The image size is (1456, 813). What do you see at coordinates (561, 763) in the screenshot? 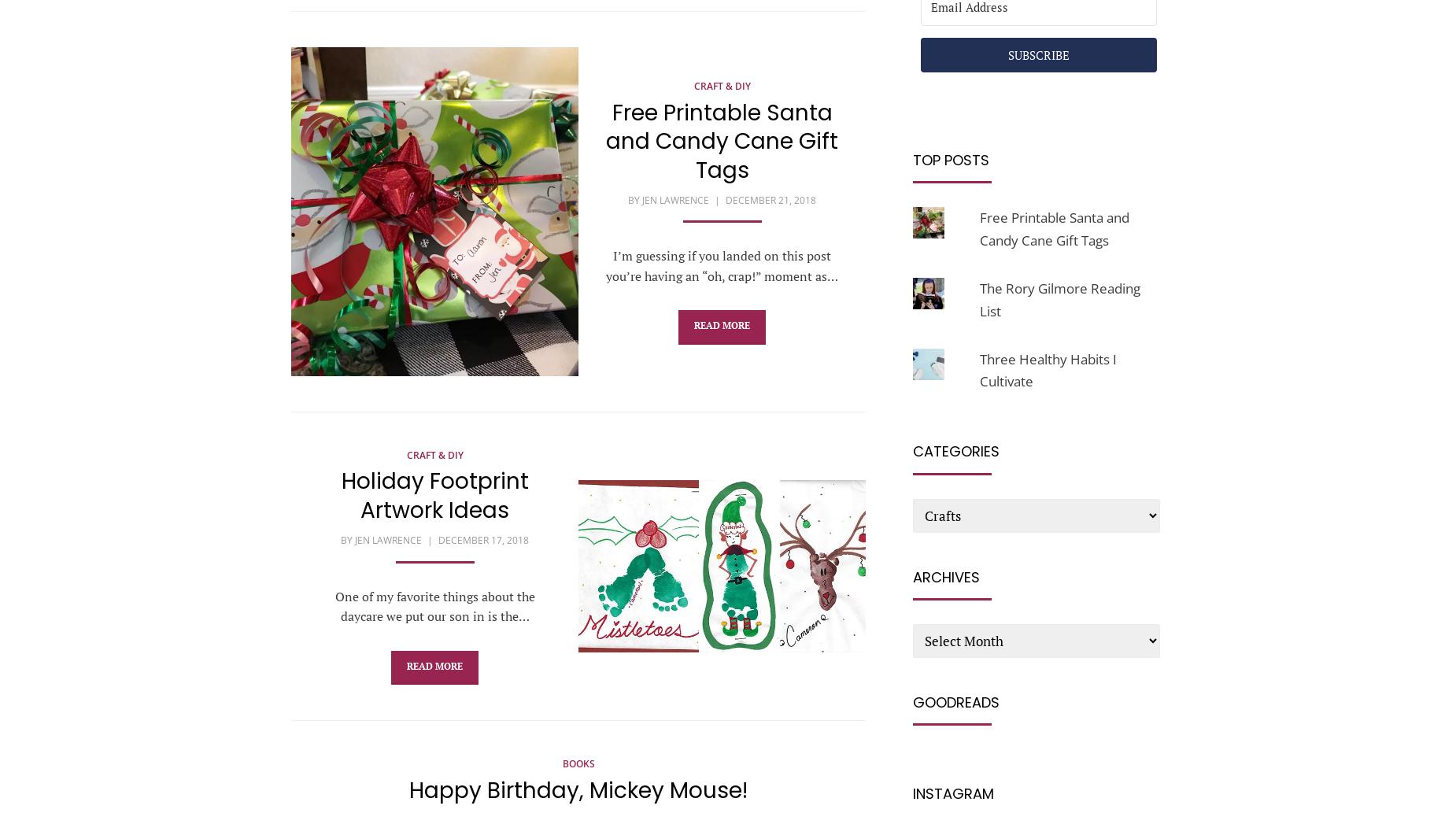
I see `'Books'` at bounding box center [561, 763].